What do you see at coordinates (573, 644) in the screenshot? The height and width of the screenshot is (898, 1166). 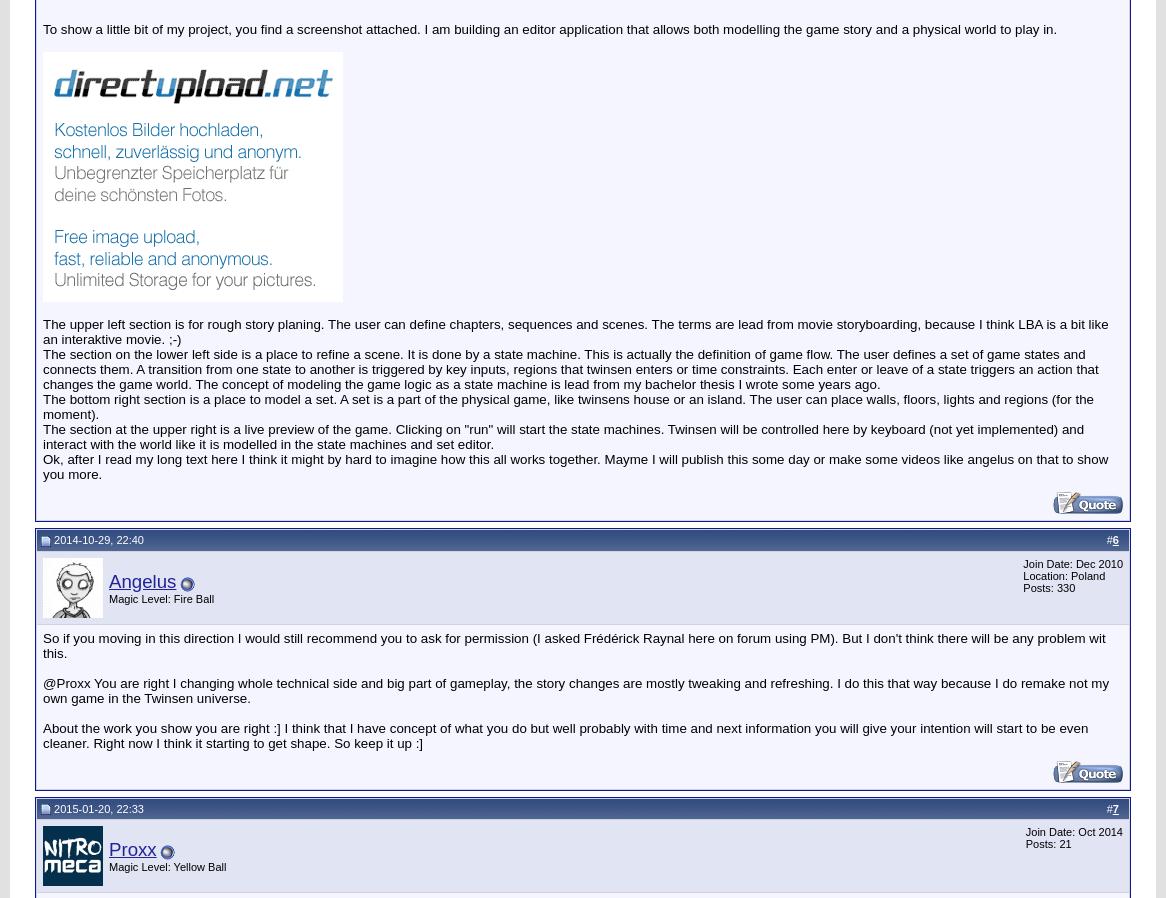 I see `'So if you moving in this direction I would still recommend you to ask for permission (I asked Frédérick Raynal here on forum using PM). But I don't think there will be any problem wit this.'` at bounding box center [573, 644].